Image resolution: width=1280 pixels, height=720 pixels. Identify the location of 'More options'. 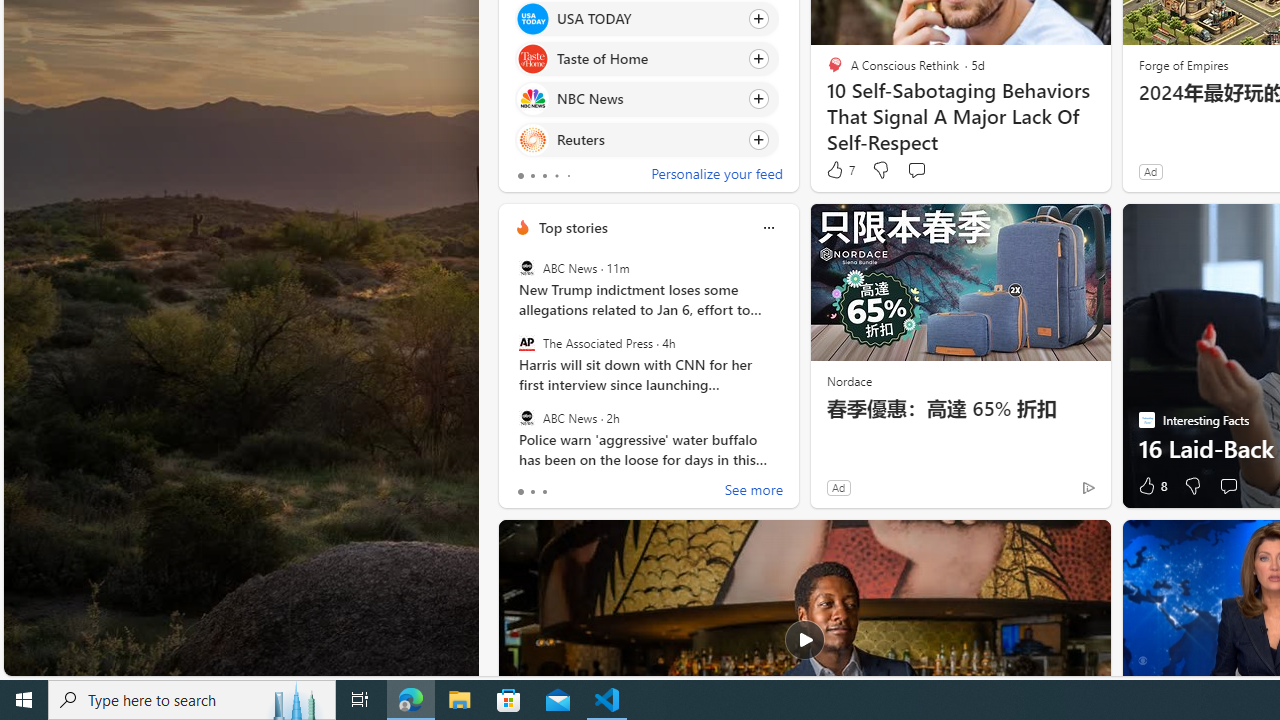
(767, 226).